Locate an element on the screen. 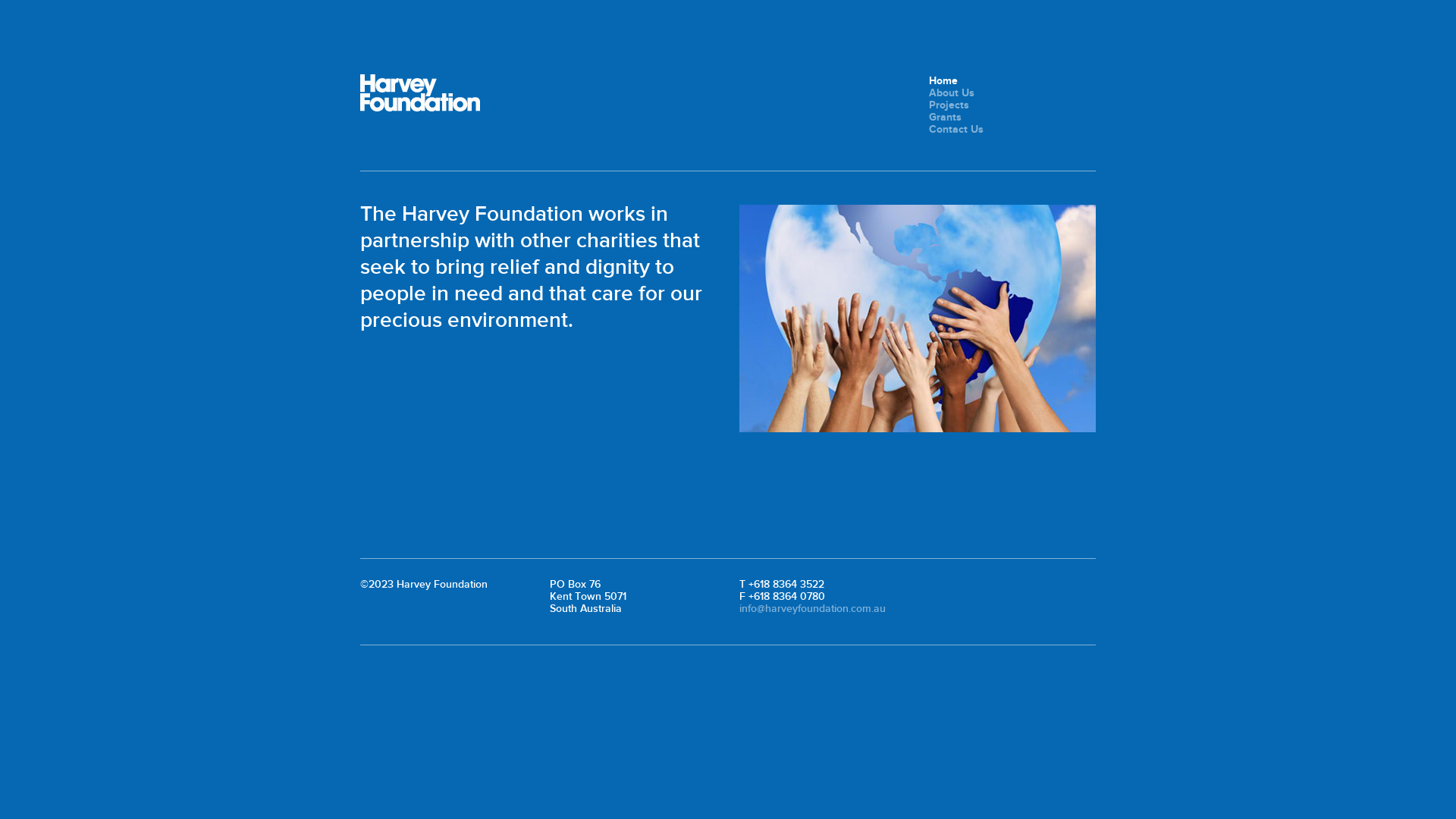 This screenshot has width=1456, height=819. 'About Us' is located at coordinates (950, 93).